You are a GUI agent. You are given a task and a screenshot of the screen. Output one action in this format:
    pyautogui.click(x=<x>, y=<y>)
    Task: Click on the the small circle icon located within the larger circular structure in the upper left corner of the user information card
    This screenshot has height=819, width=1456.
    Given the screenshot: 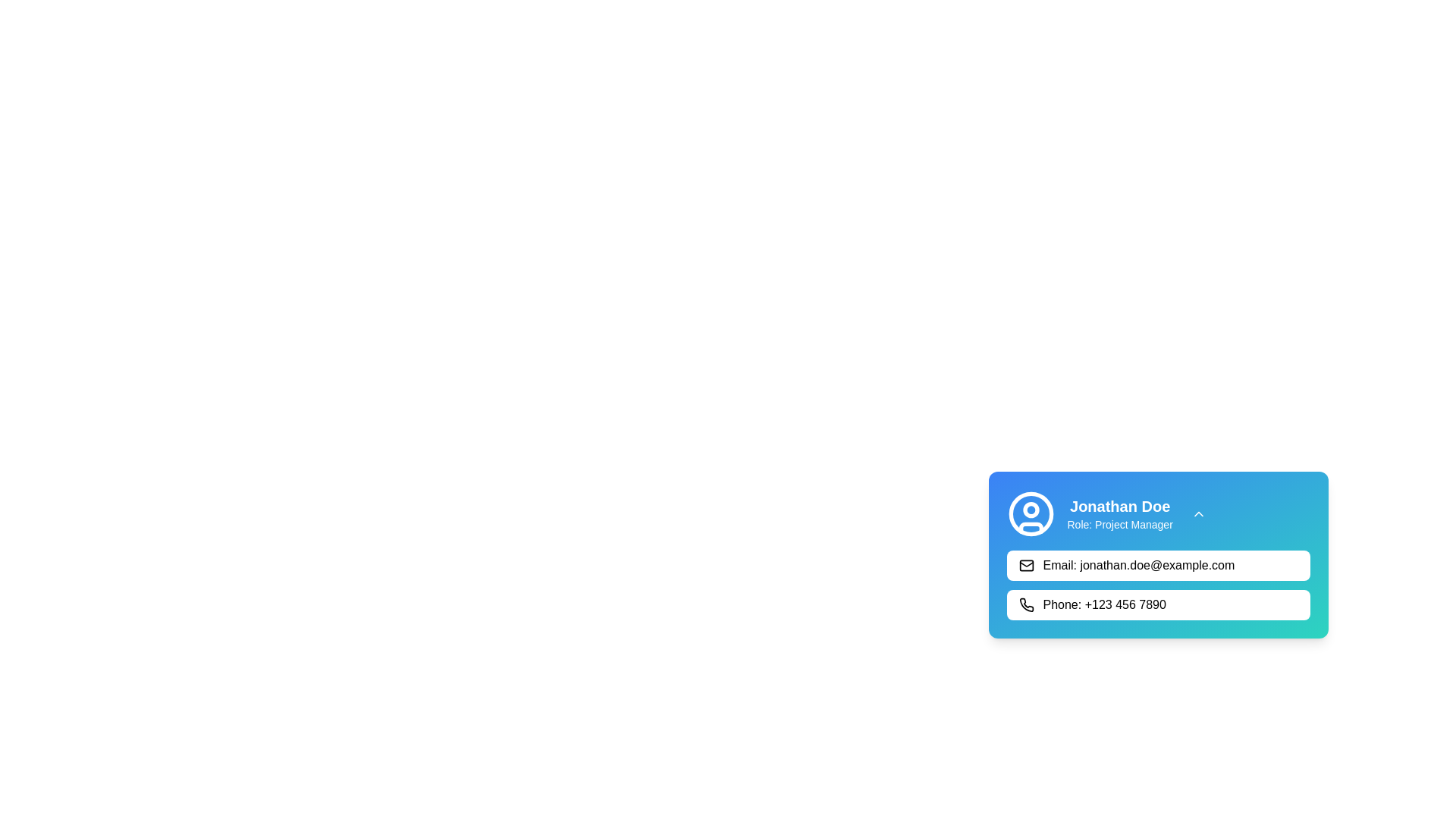 What is the action you would take?
    pyautogui.click(x=1031, y=510)
    